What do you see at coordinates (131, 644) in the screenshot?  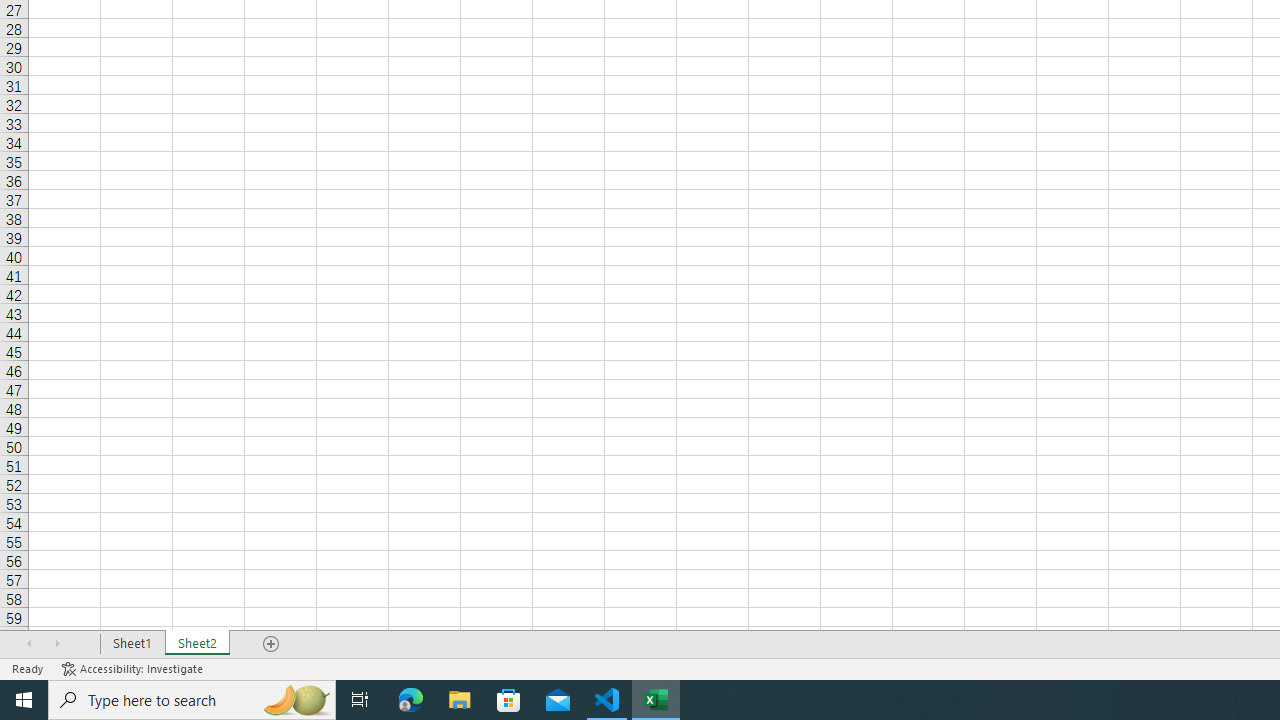 I see `'Sheet1'` at bounding box center [131, 644].